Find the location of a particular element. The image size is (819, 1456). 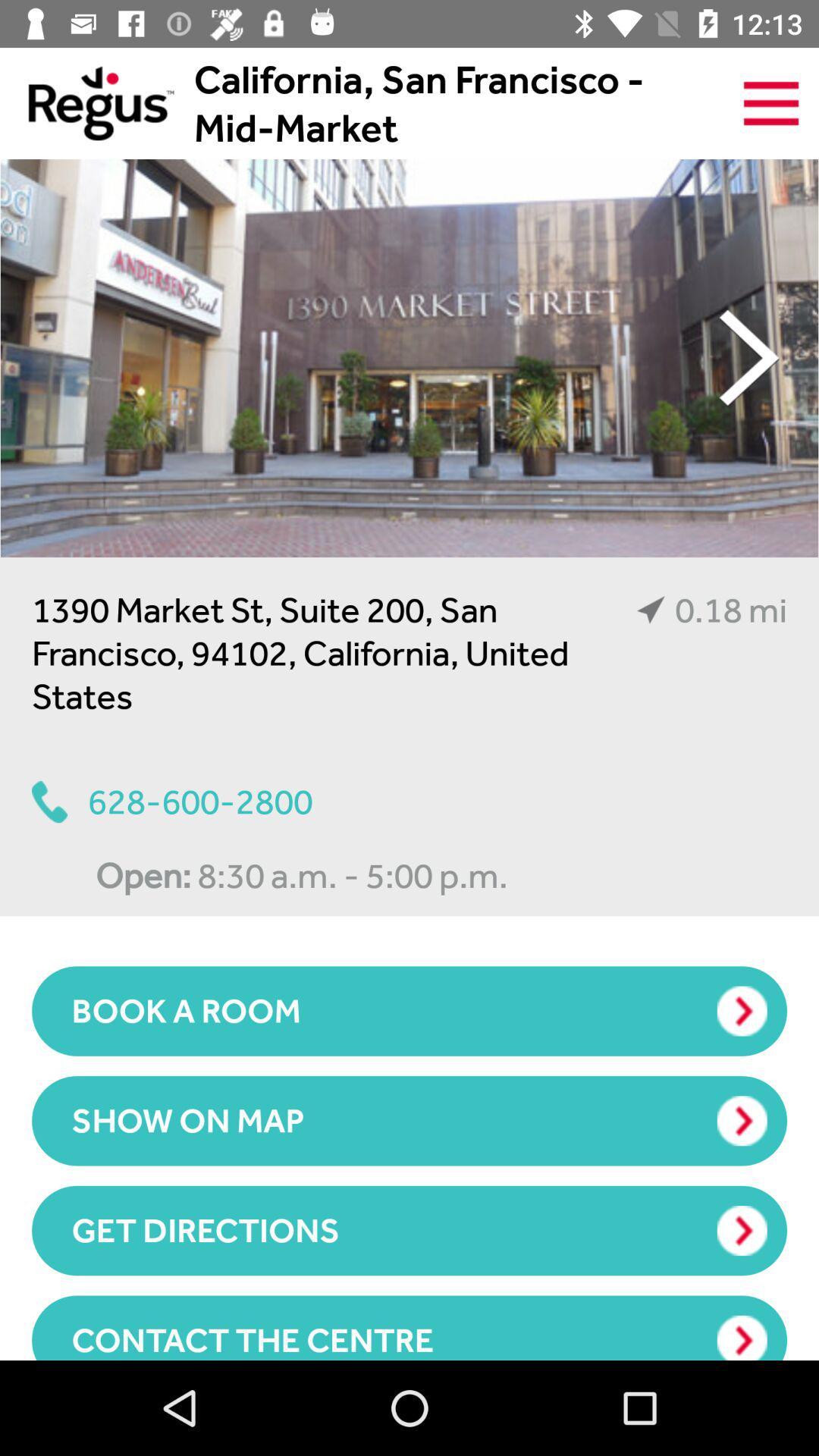

item above get directions item is located at coordinates (409, 1121).